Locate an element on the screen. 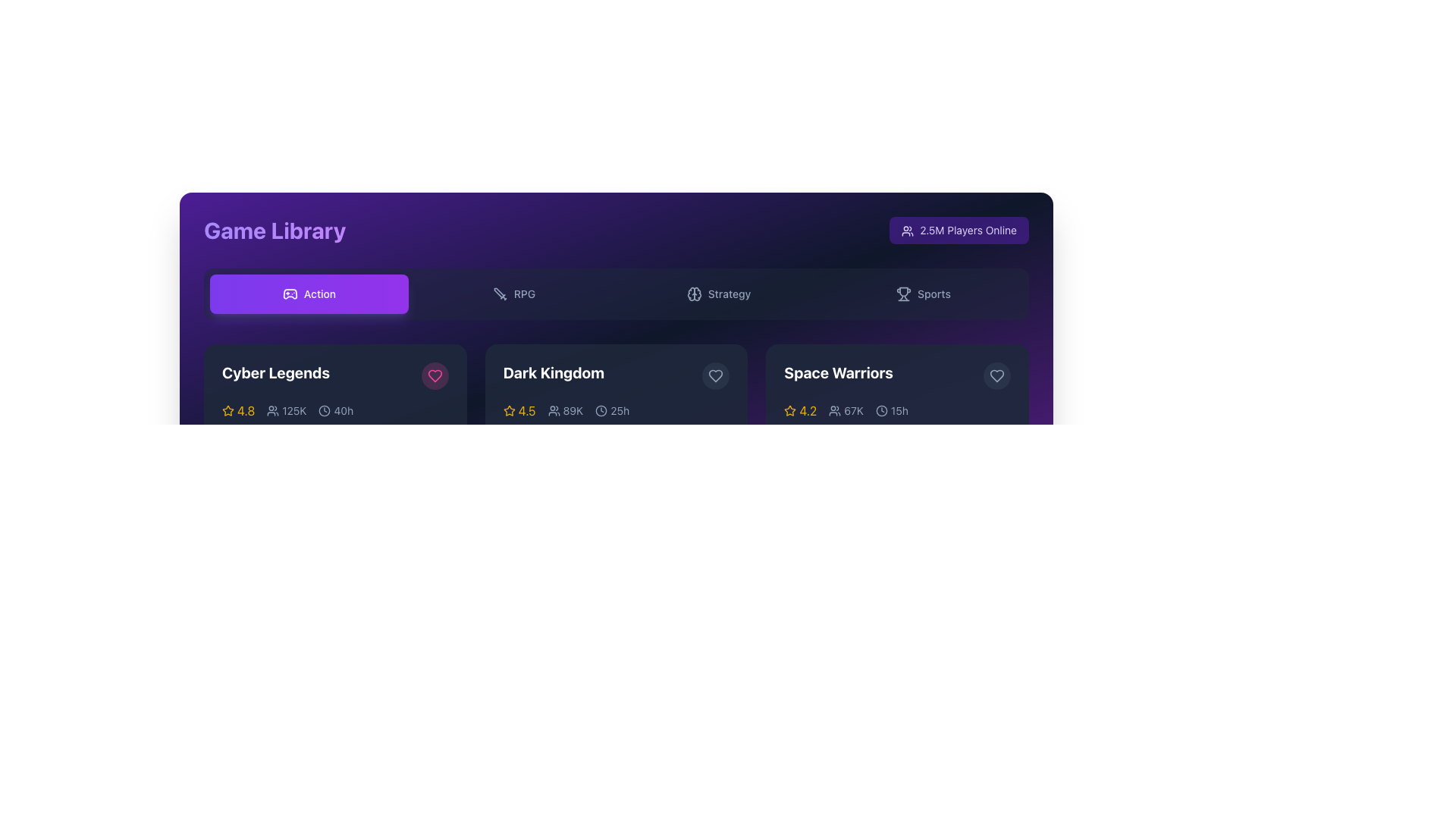 The image size is (1456, 819). the heart icon at the top-right corner of the 'Space Warriors' item card to favorite or unfavorite the item is located at coordinates (997, 375).